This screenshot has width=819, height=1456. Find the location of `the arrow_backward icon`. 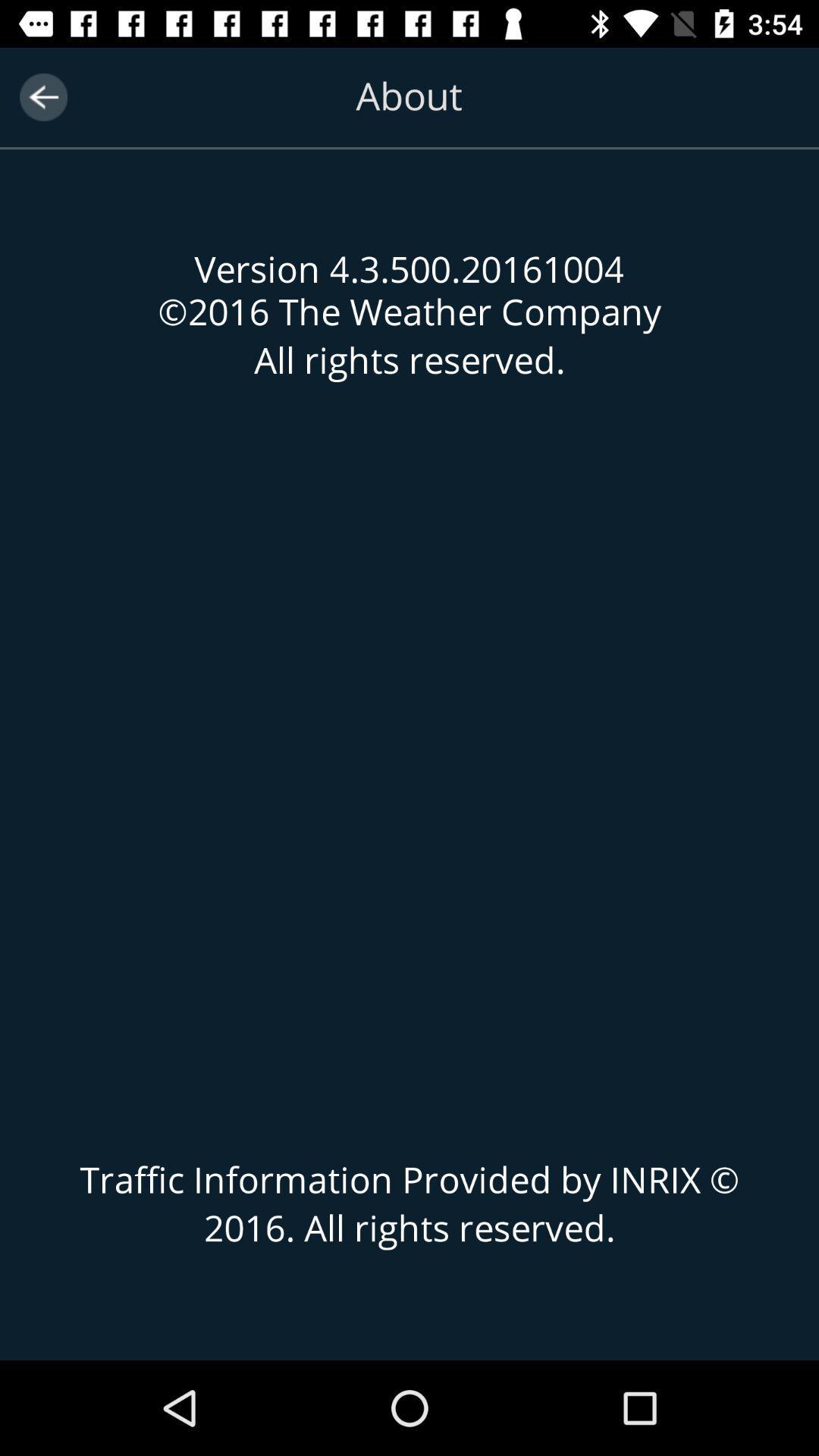

the arrow_backward icon is located at coordinates (42, 96).